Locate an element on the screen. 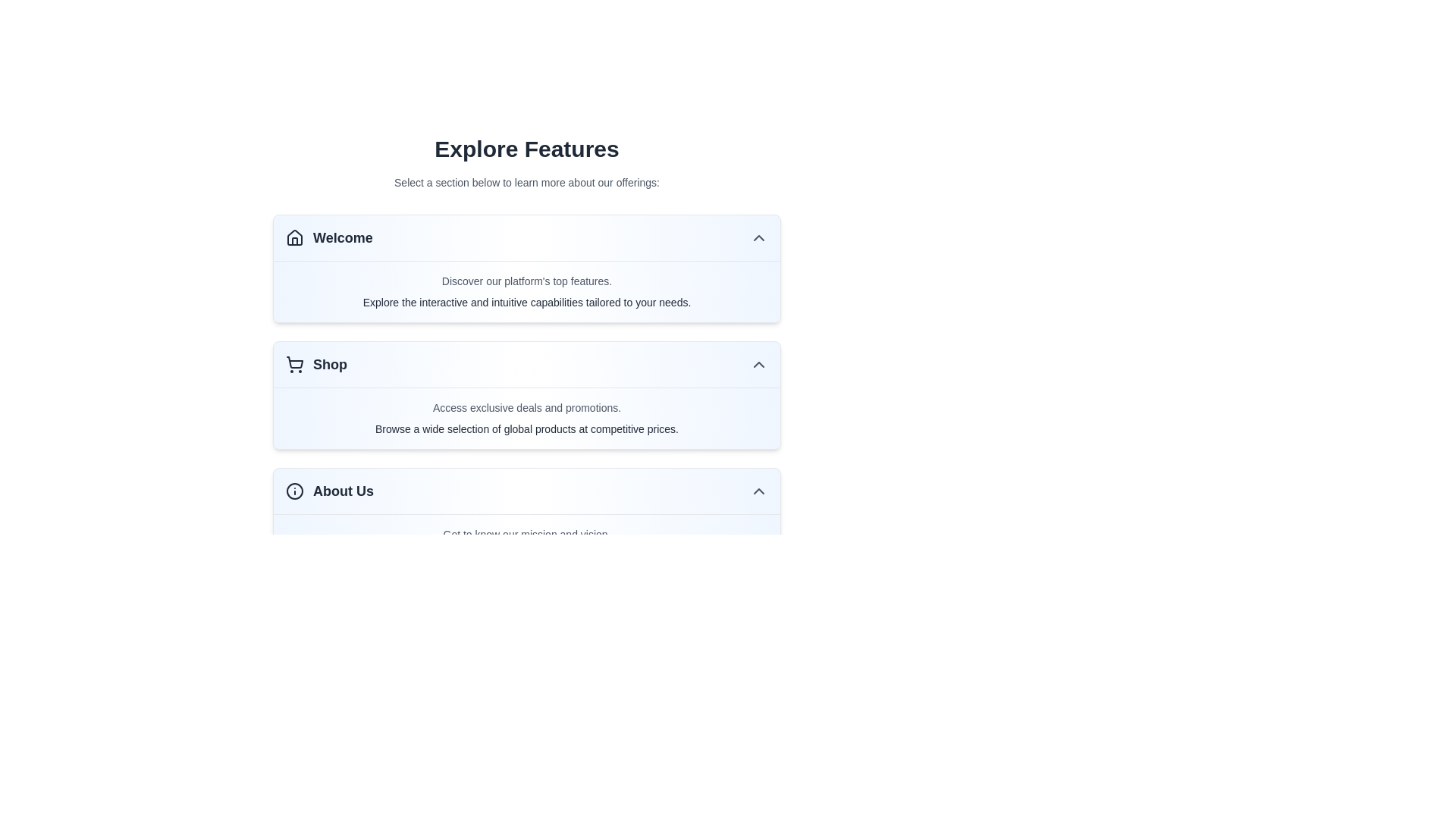 The height and width of the screenshot is (819, 1456). the decorative 'Welcome' icon located at the leftmost side of the 'Welcome' section, which visually enhances the user interface's aesthetics is located at coordinates (294, 237).